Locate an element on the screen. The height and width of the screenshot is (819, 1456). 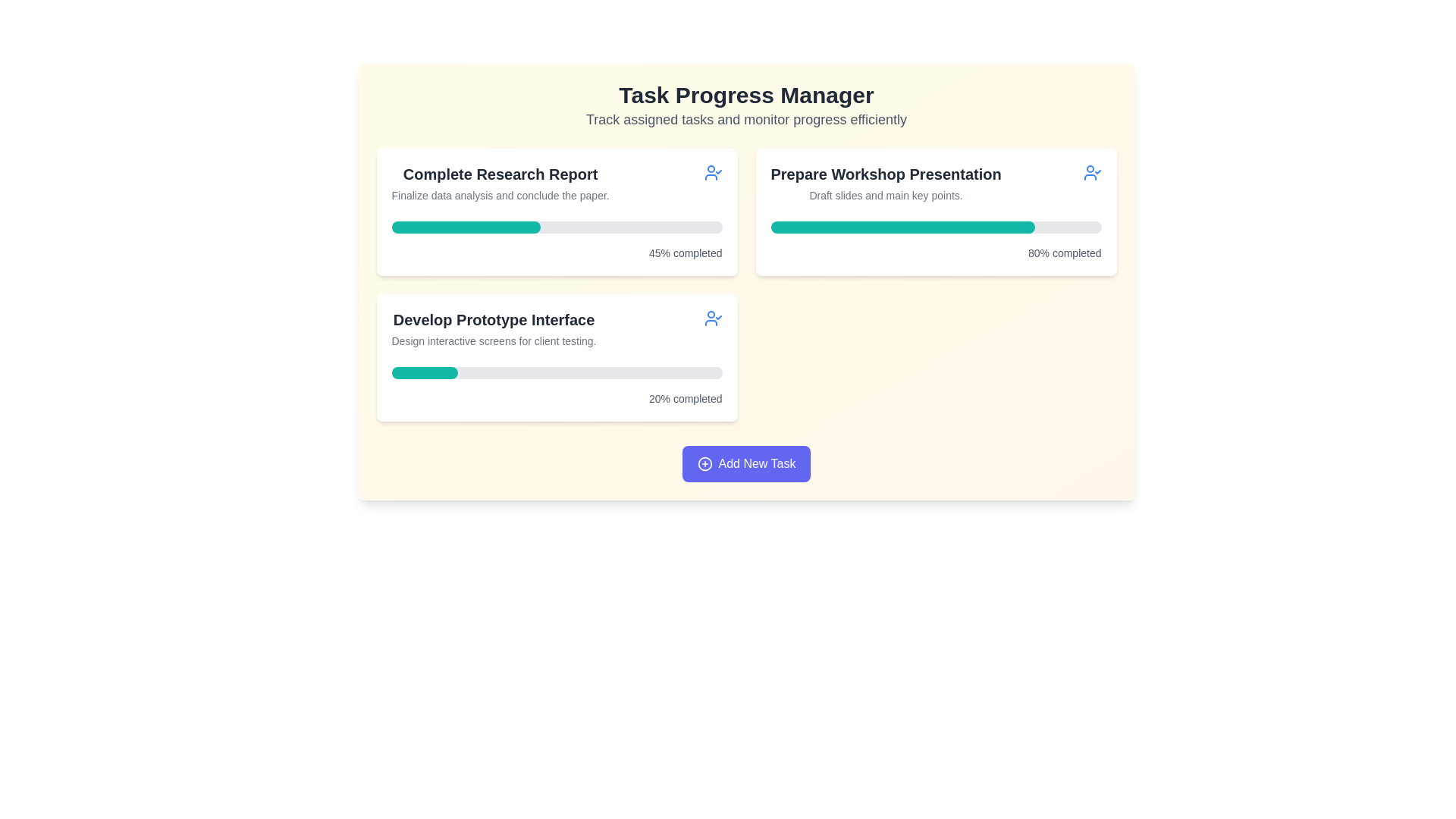
text label that displays 'Track assigned tasks and monitor progress efficiently', which is styled in gray and positioned below the title 'Task Progress Manager' is located at coordinates (746, 119).